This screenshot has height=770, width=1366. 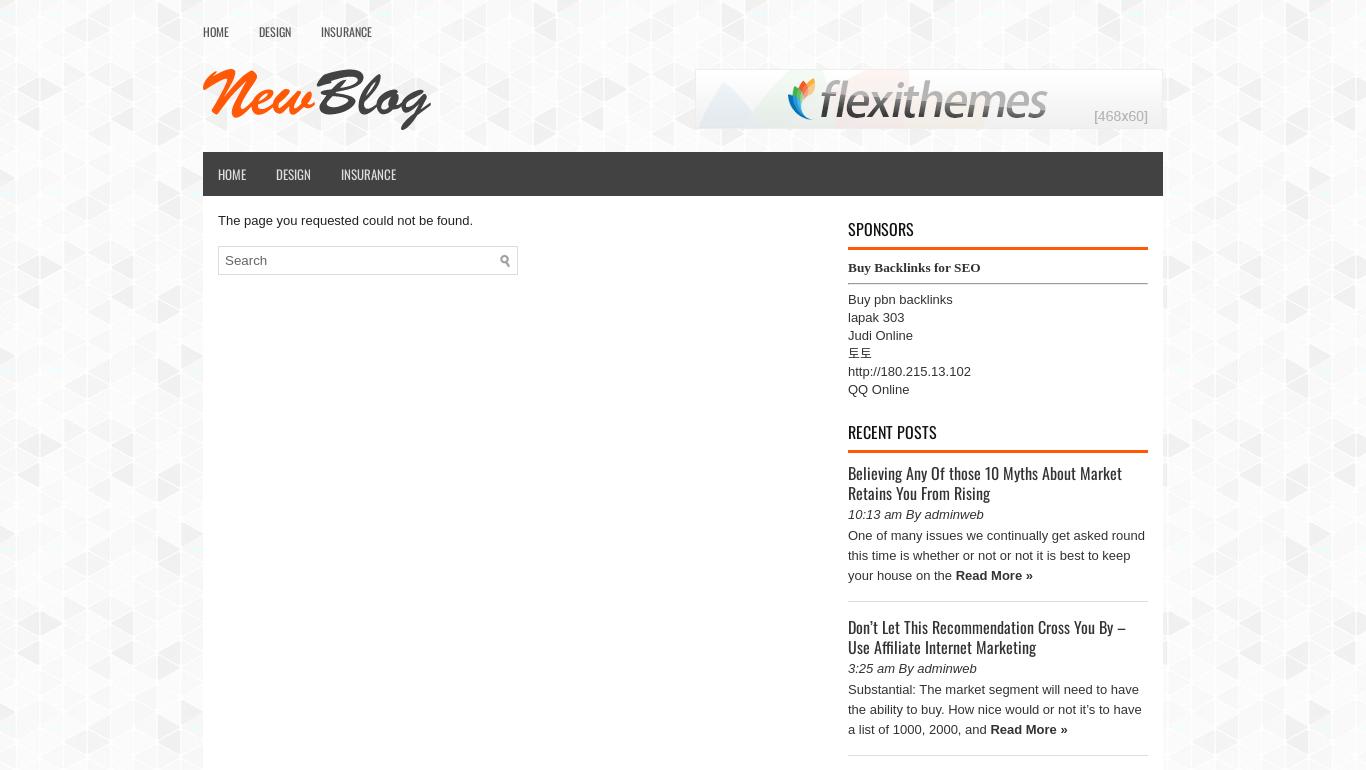 I want to click on 'QQ Online', so click(x=877, y=389).